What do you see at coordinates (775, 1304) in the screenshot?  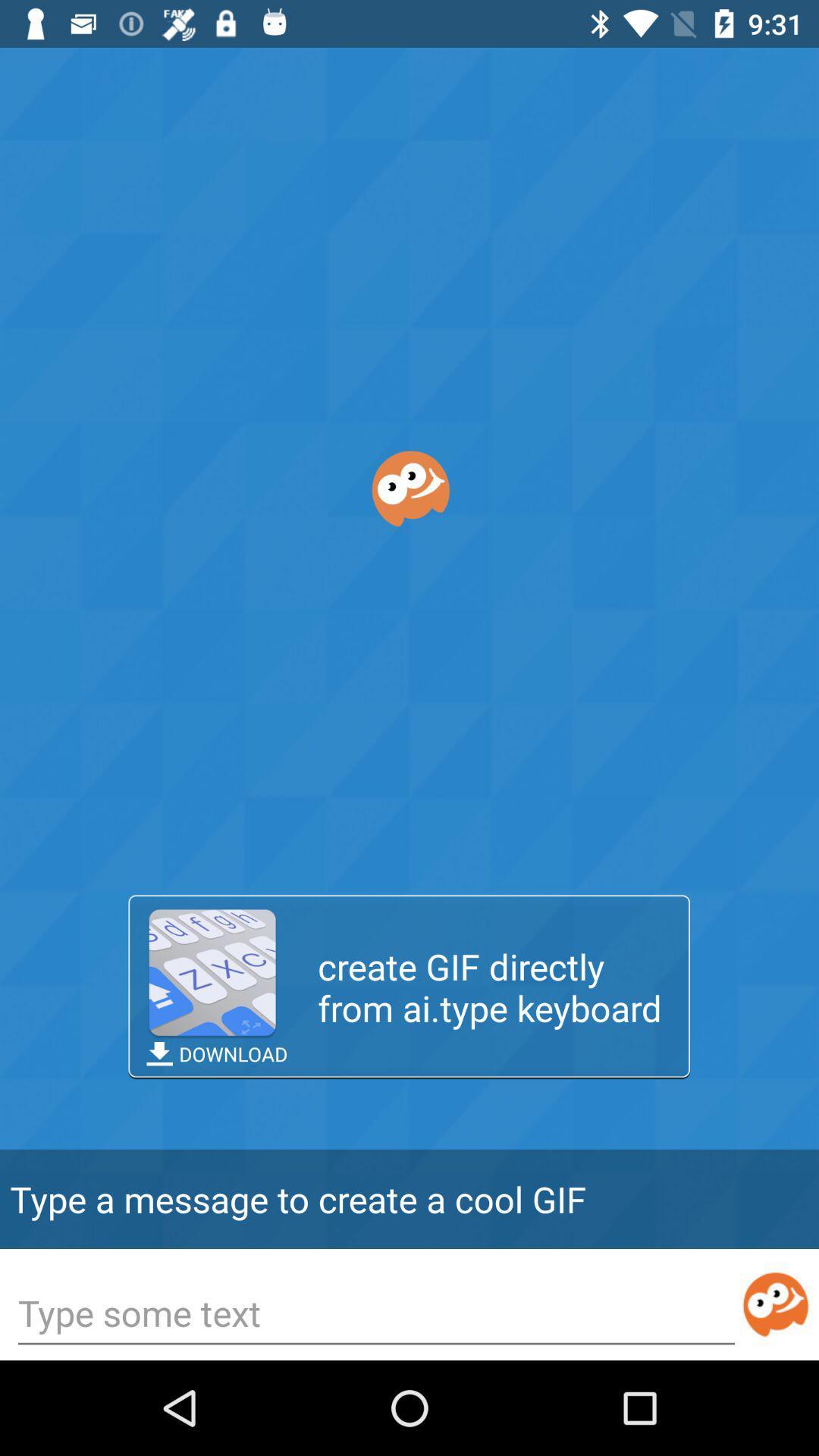 I see `enter` at bounding box center [775, 1304].